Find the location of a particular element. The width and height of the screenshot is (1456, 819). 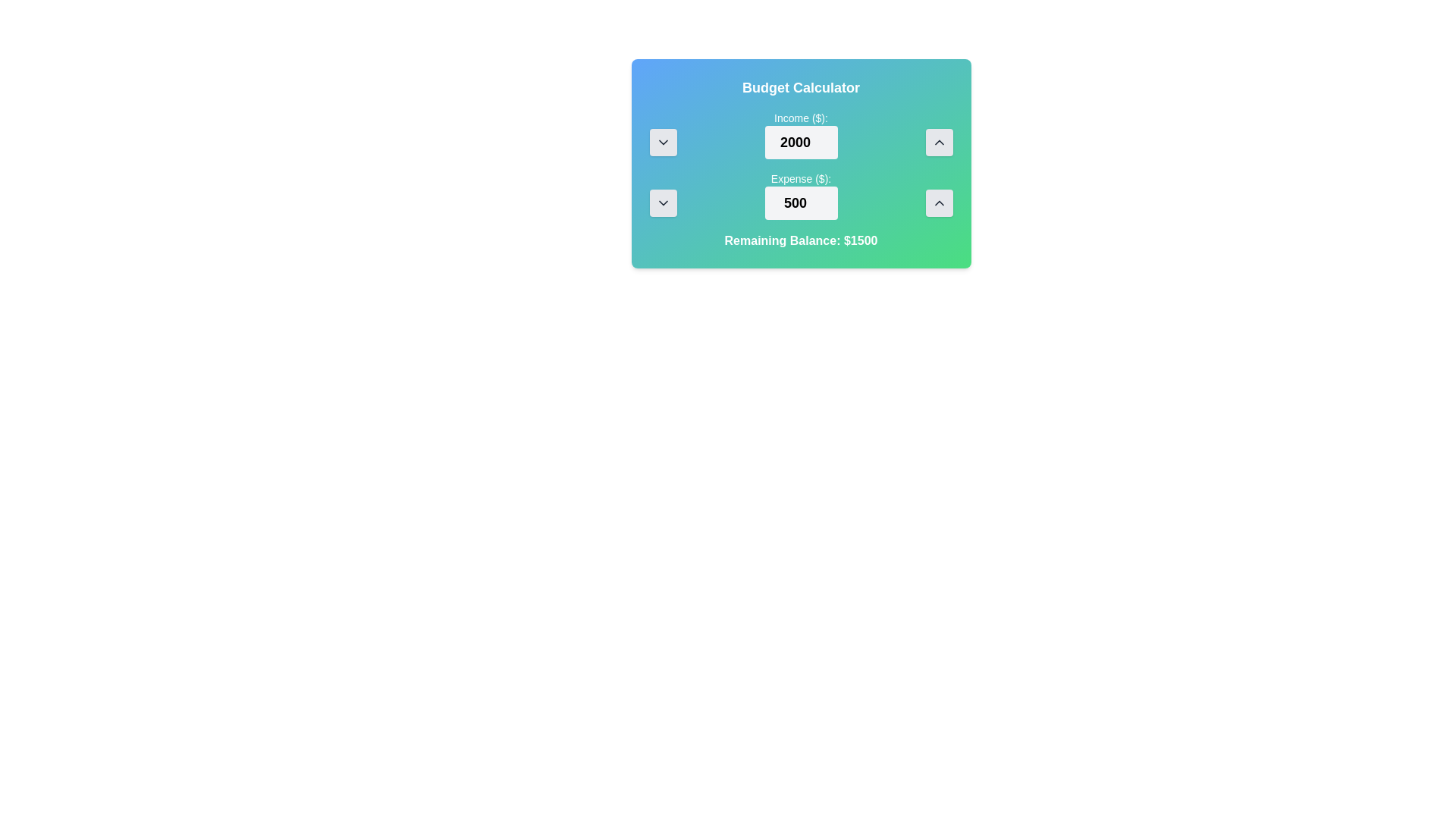

the upward triangle icon within the rectangular button located at the right side of the 'Expense ($)' field in the 'Budget Calculator' interface to increase the budget amount is located at coordinates (938, 202).